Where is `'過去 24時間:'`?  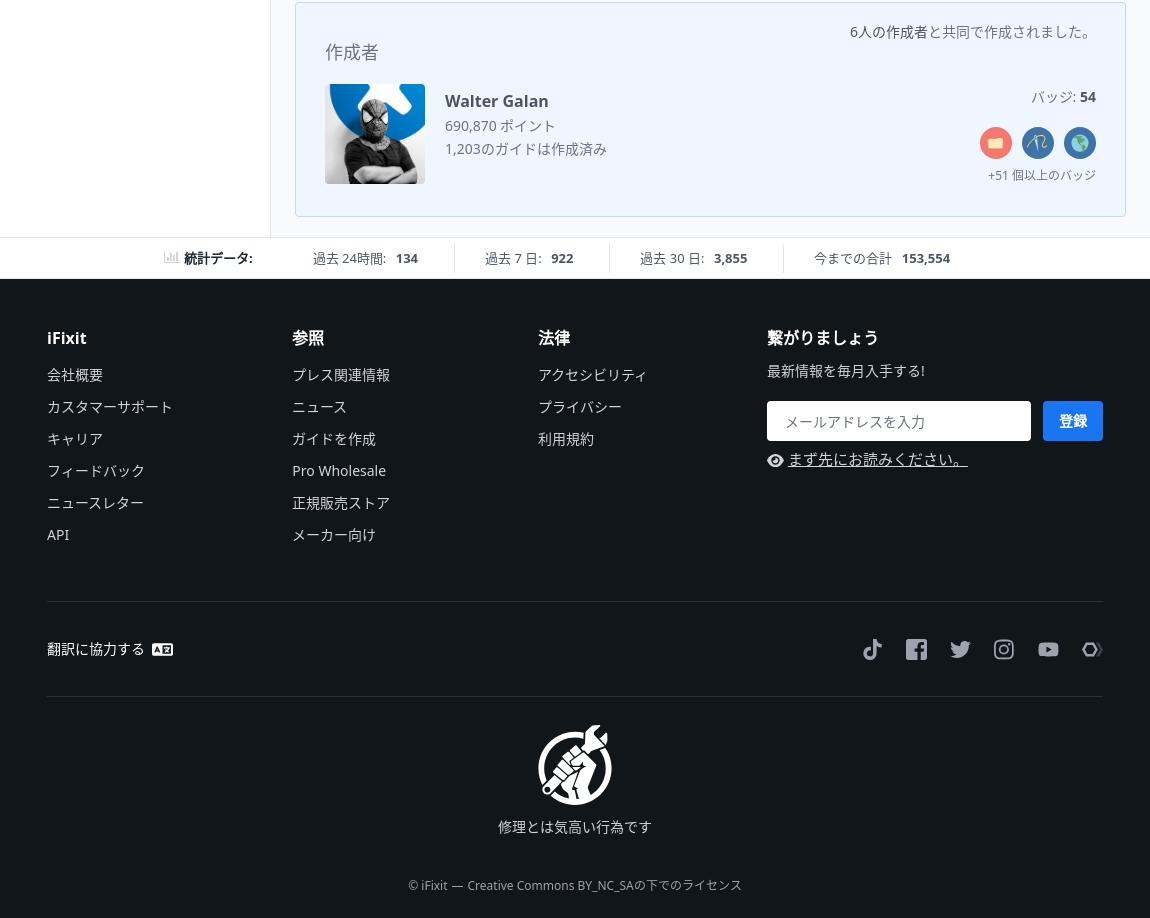 '過去 24時間:' is located at coordinates (349, 256).